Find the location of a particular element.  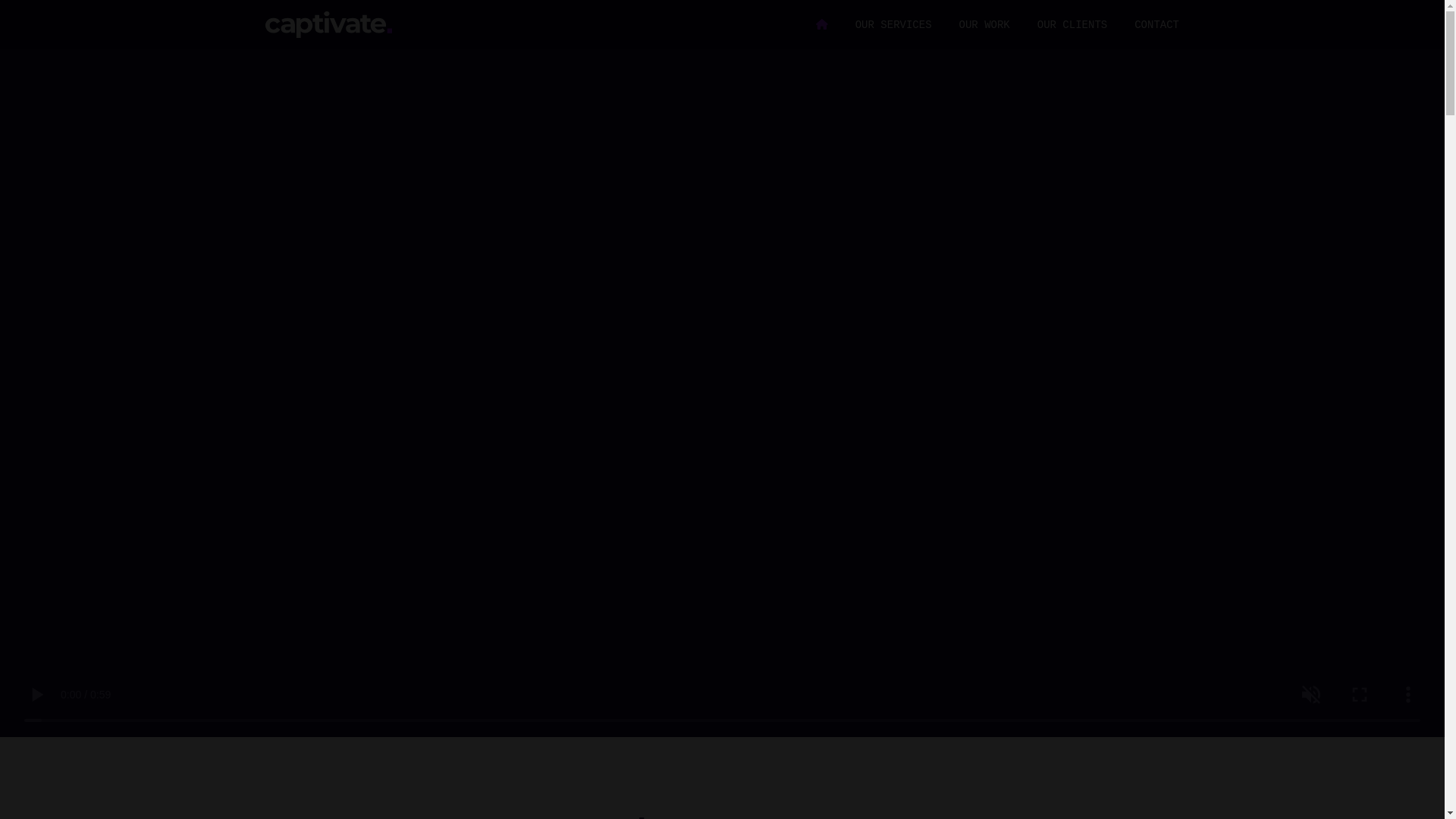

'OUR WORK' is located at coordinates (984, 25).